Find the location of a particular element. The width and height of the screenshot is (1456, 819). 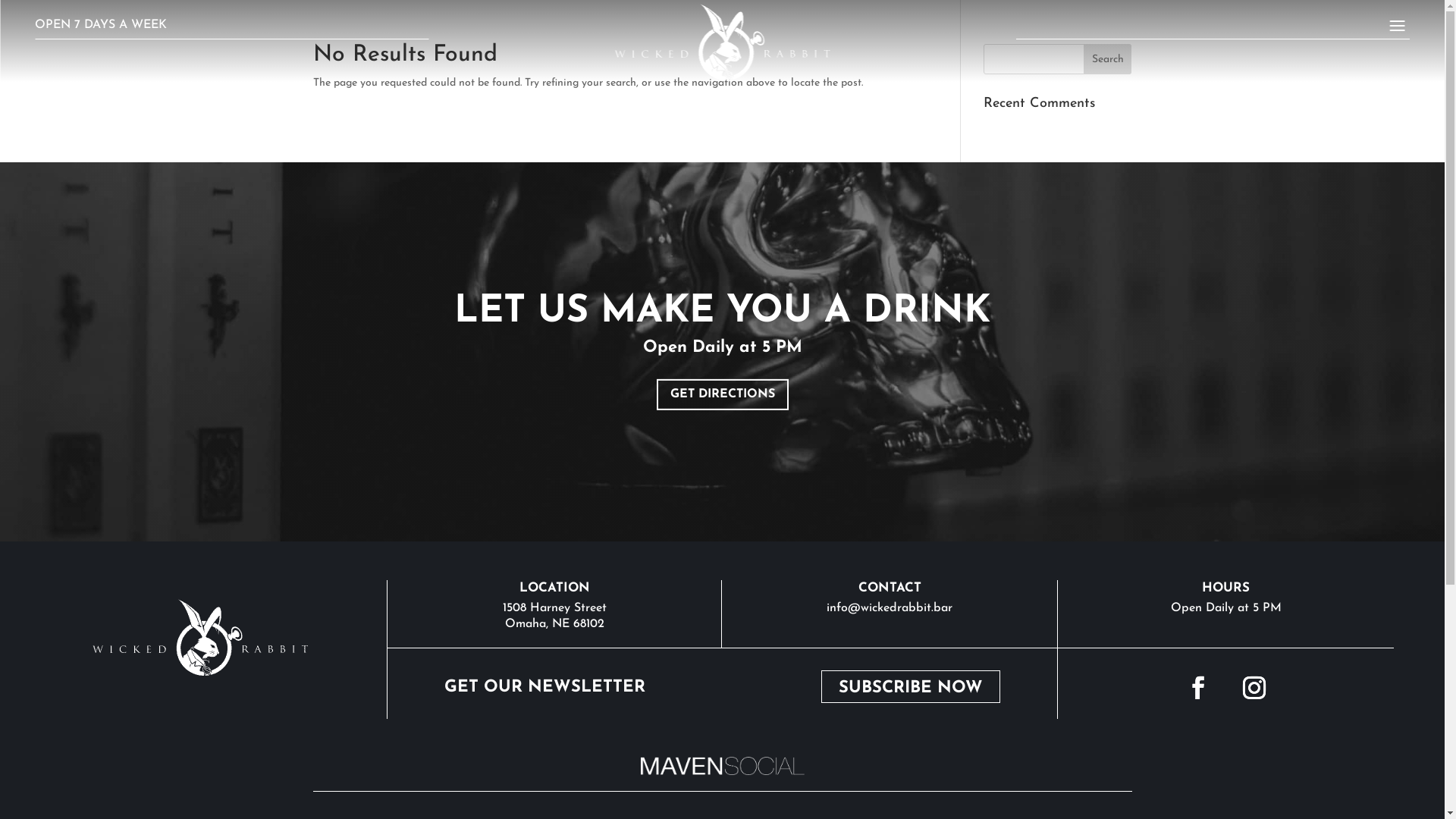

'Follow on Instagram' is located at coordinates (1254, 687).